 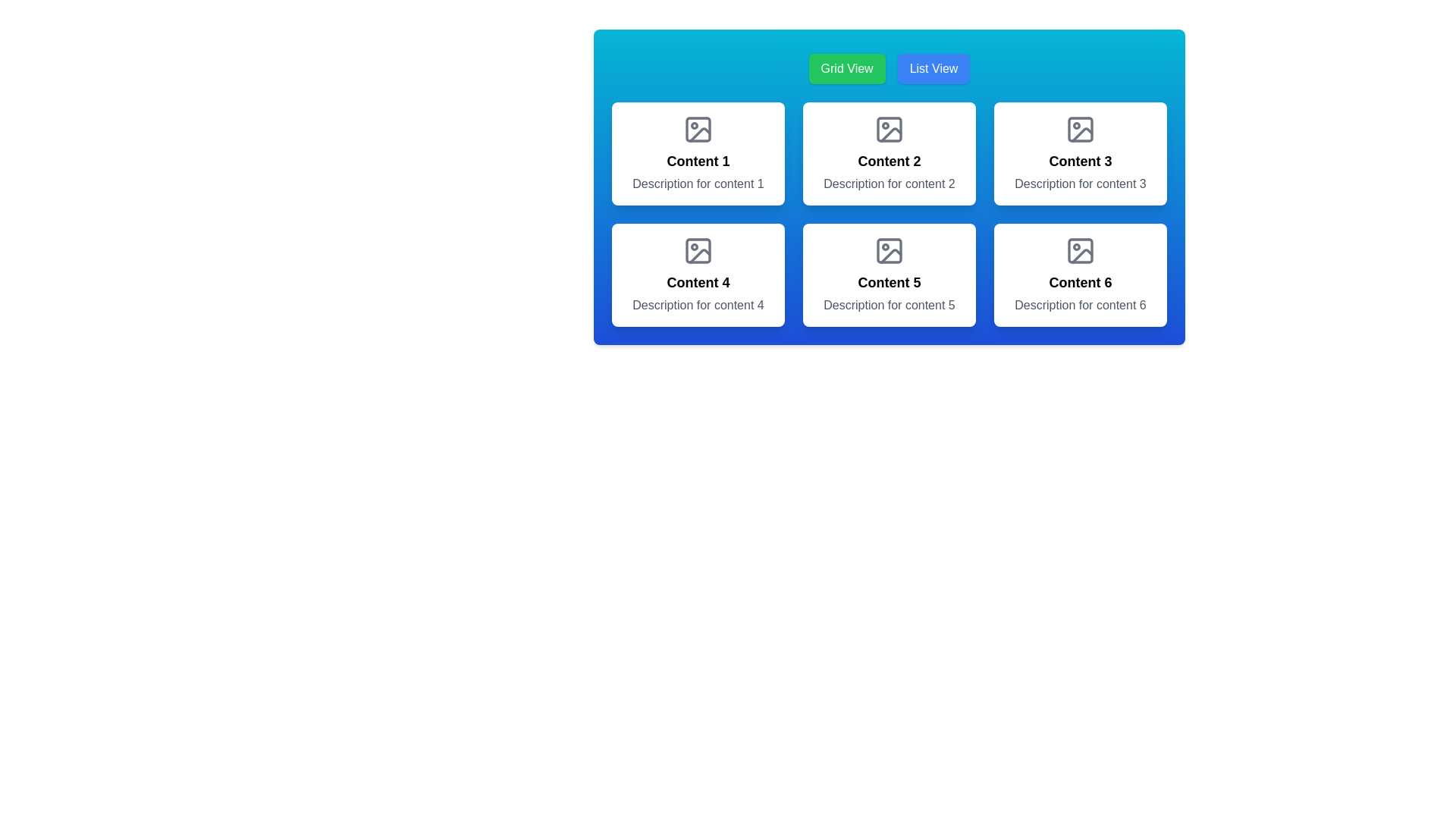 I want to click on the icon resembling a picture frame with a mountain and sun, located in the card labeled 'Content 4', positioned in the second row, first column of a grid layout, so click(x=698, y=250).